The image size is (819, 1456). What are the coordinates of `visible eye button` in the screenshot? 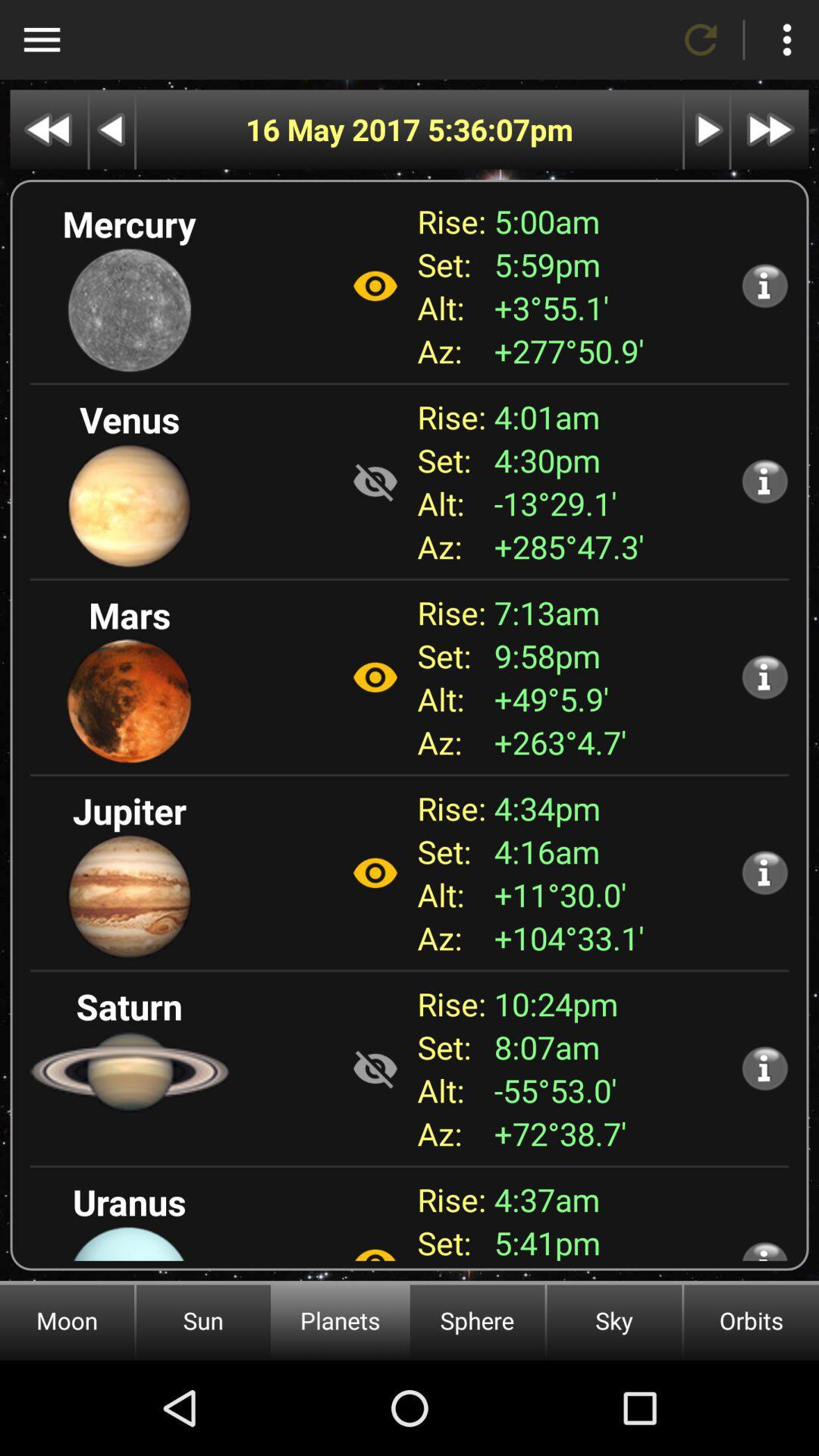 It's located at (375, 873).